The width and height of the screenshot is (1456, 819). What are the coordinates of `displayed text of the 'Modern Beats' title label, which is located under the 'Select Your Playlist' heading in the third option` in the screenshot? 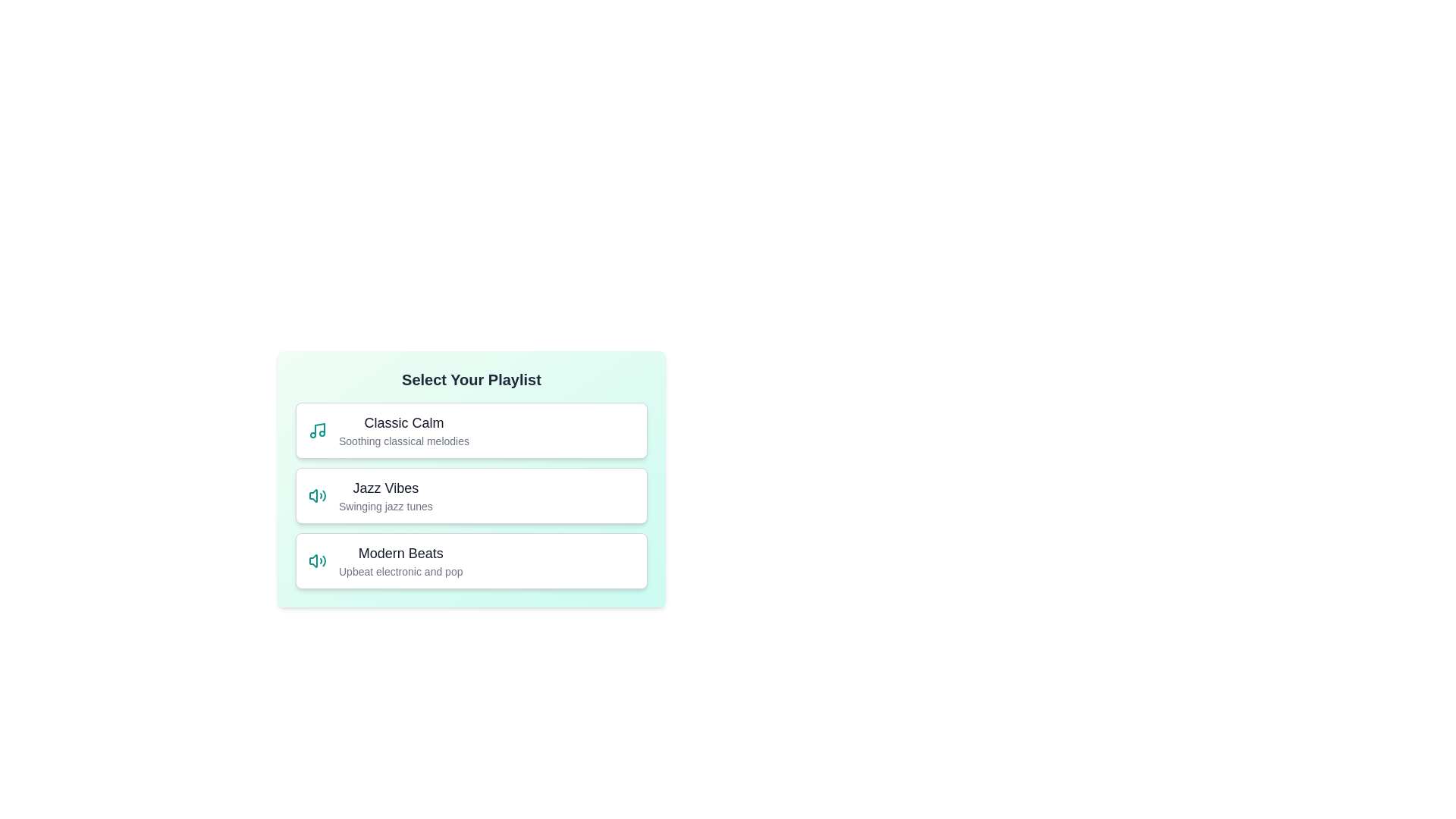 It's located at (400, 553).